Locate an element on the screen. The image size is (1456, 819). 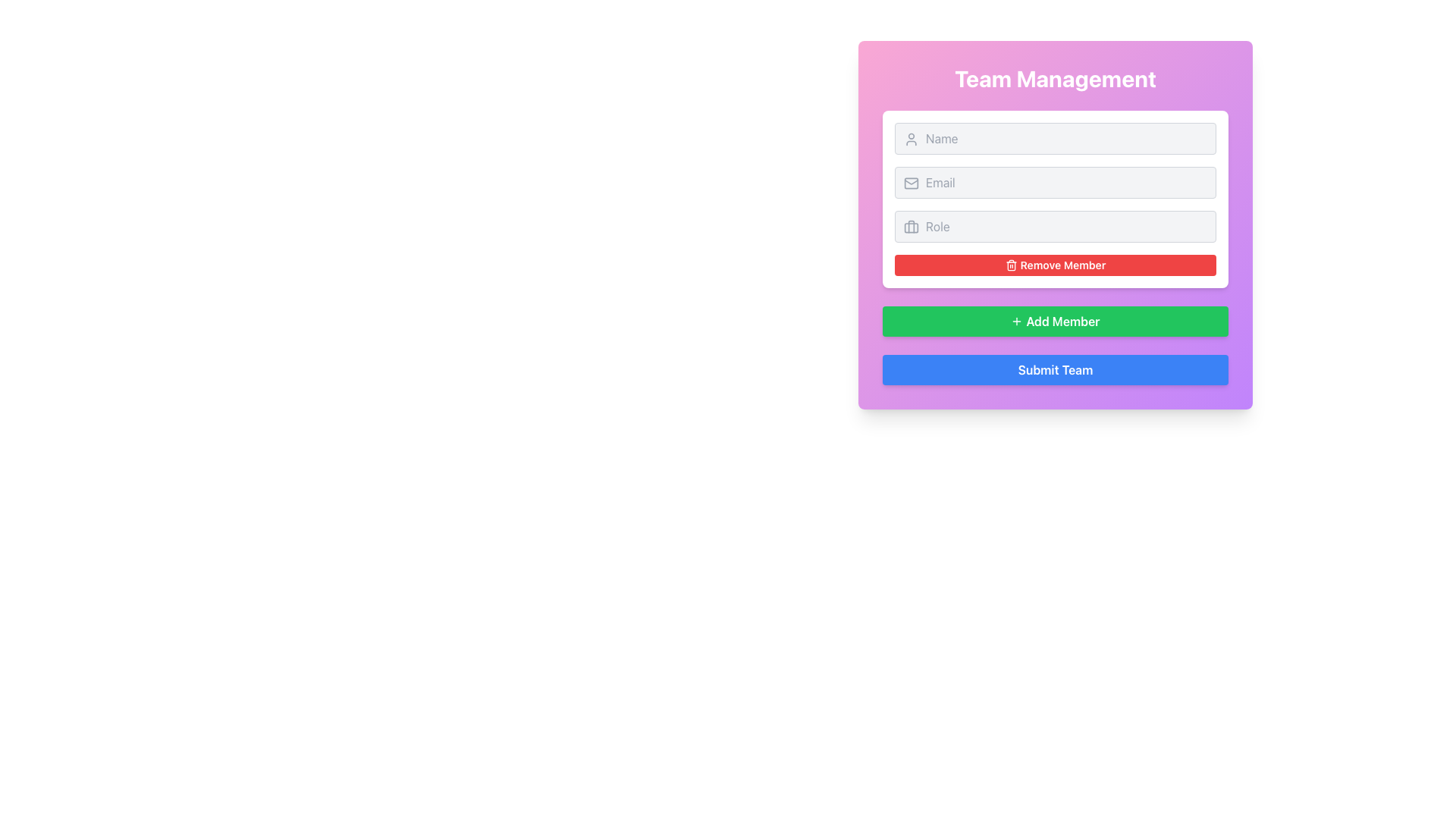
the briefcase icon element, which is a small graphical icon in a minimalist, line-drawn style located to the left of the text input field labeled 'Role' is located at coordinates (910, 227).